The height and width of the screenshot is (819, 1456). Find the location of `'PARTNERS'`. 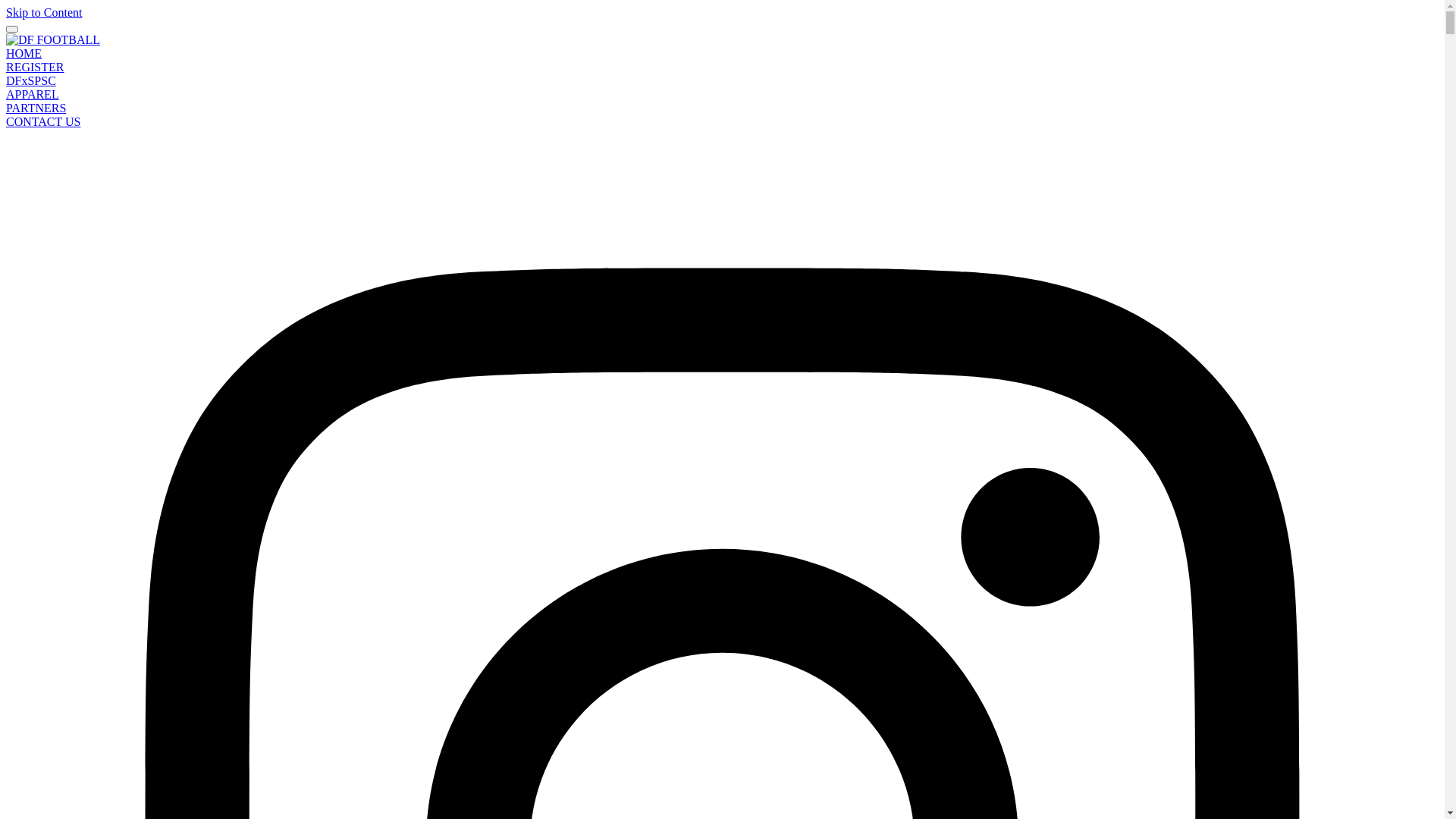

'PARTNERS' is located at coordinates (6, 107).